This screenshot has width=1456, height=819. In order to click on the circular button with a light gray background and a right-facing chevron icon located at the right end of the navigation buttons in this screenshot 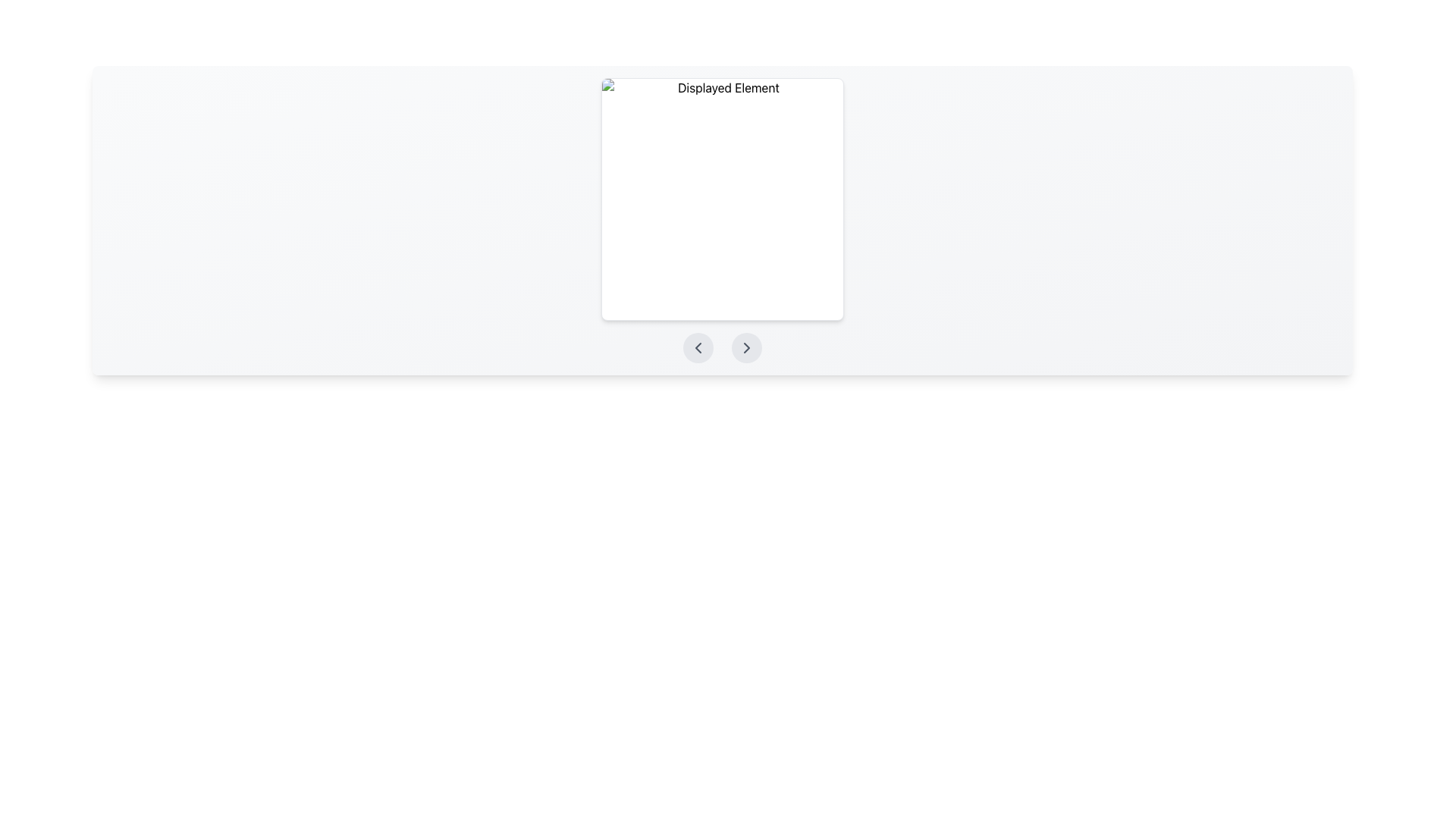, I will do `click(746, 348)`.